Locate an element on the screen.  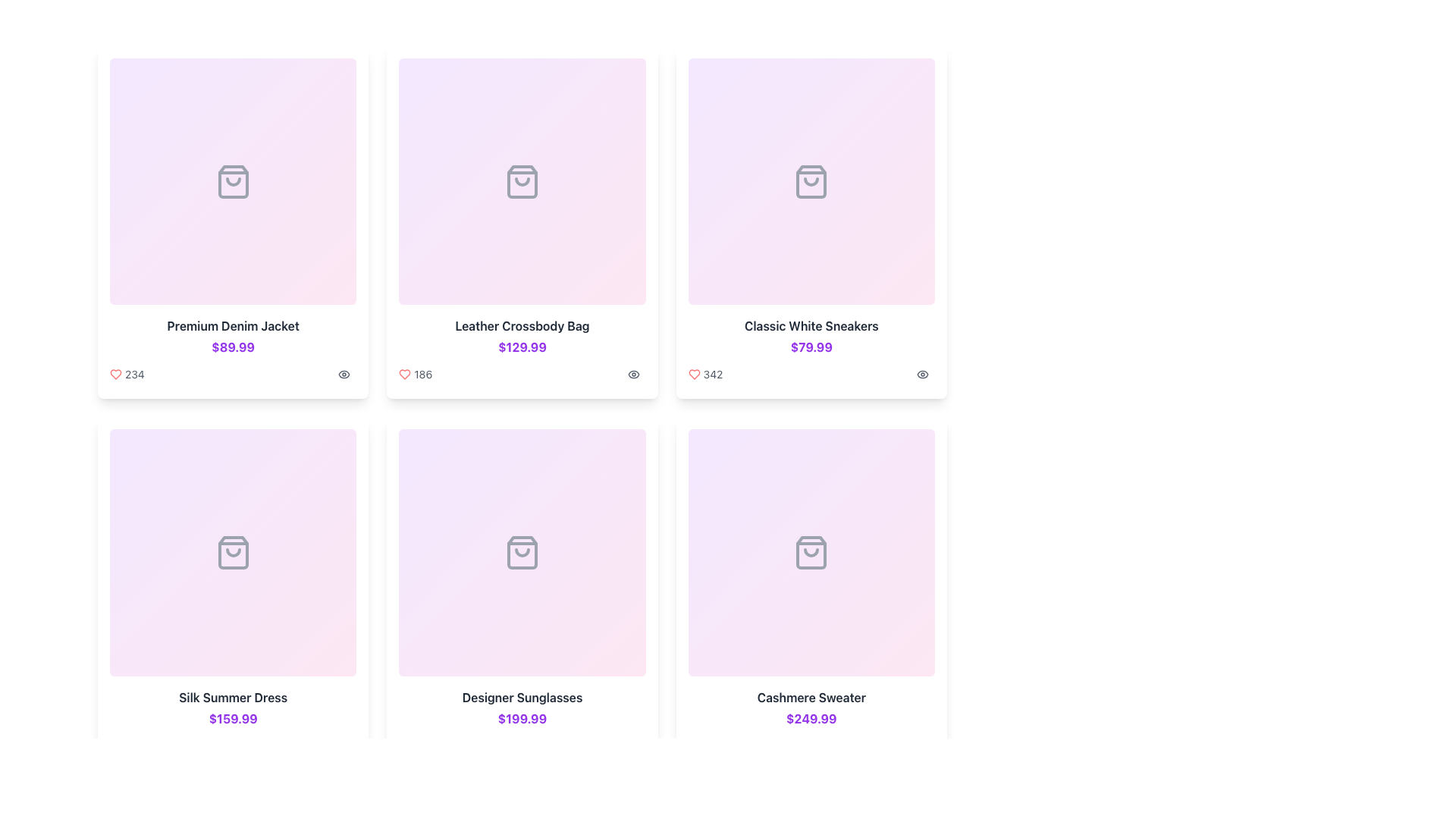
the text displaying the number of likes or favorites for the 'Premium Denim Jacket' product, located to the right of the red heart icon is located at coordinates (134, 375).